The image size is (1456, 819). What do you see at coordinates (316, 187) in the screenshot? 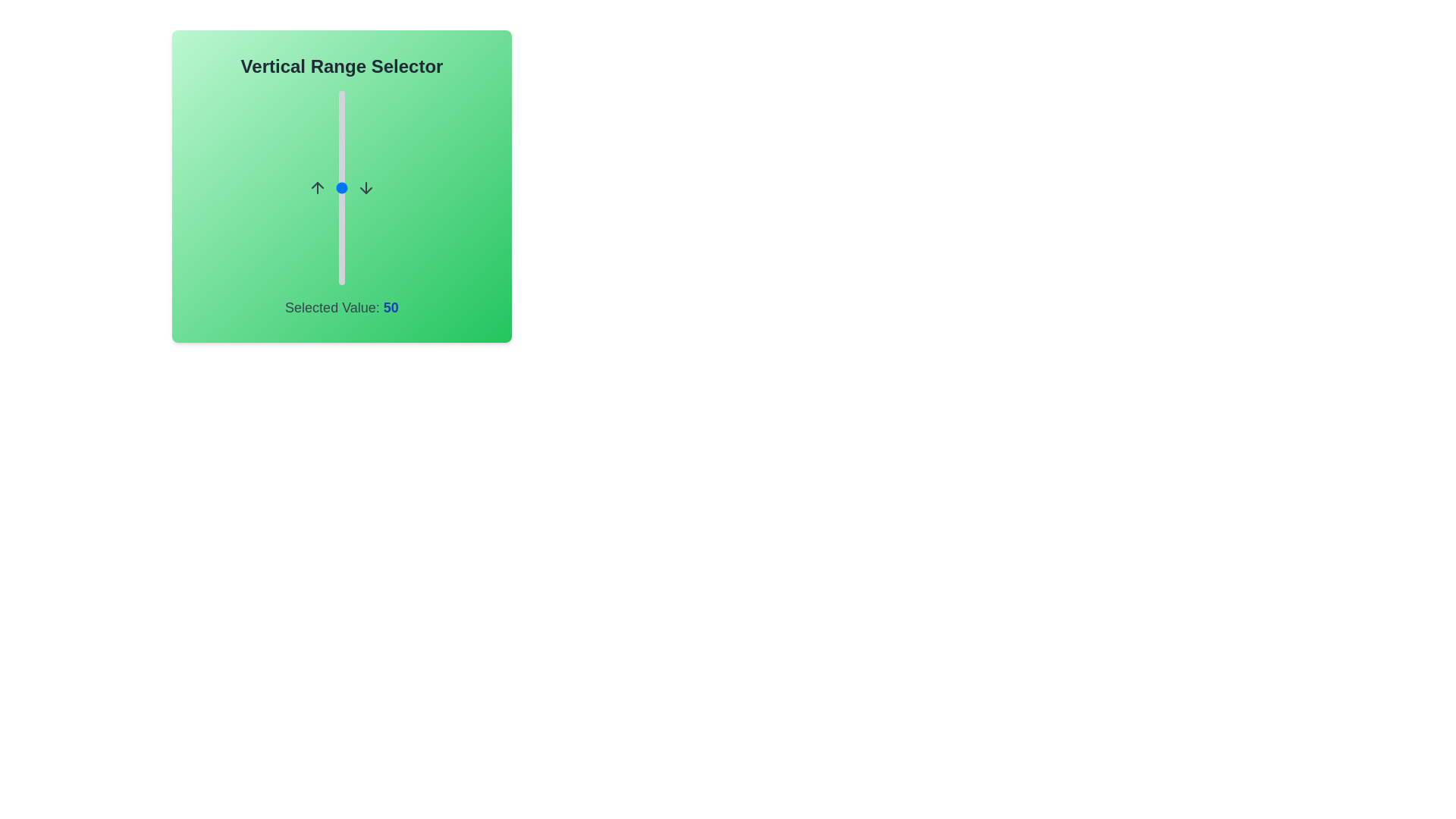
I see `the up arrow icon to adjust the range value` at bounding box center [316, 187].